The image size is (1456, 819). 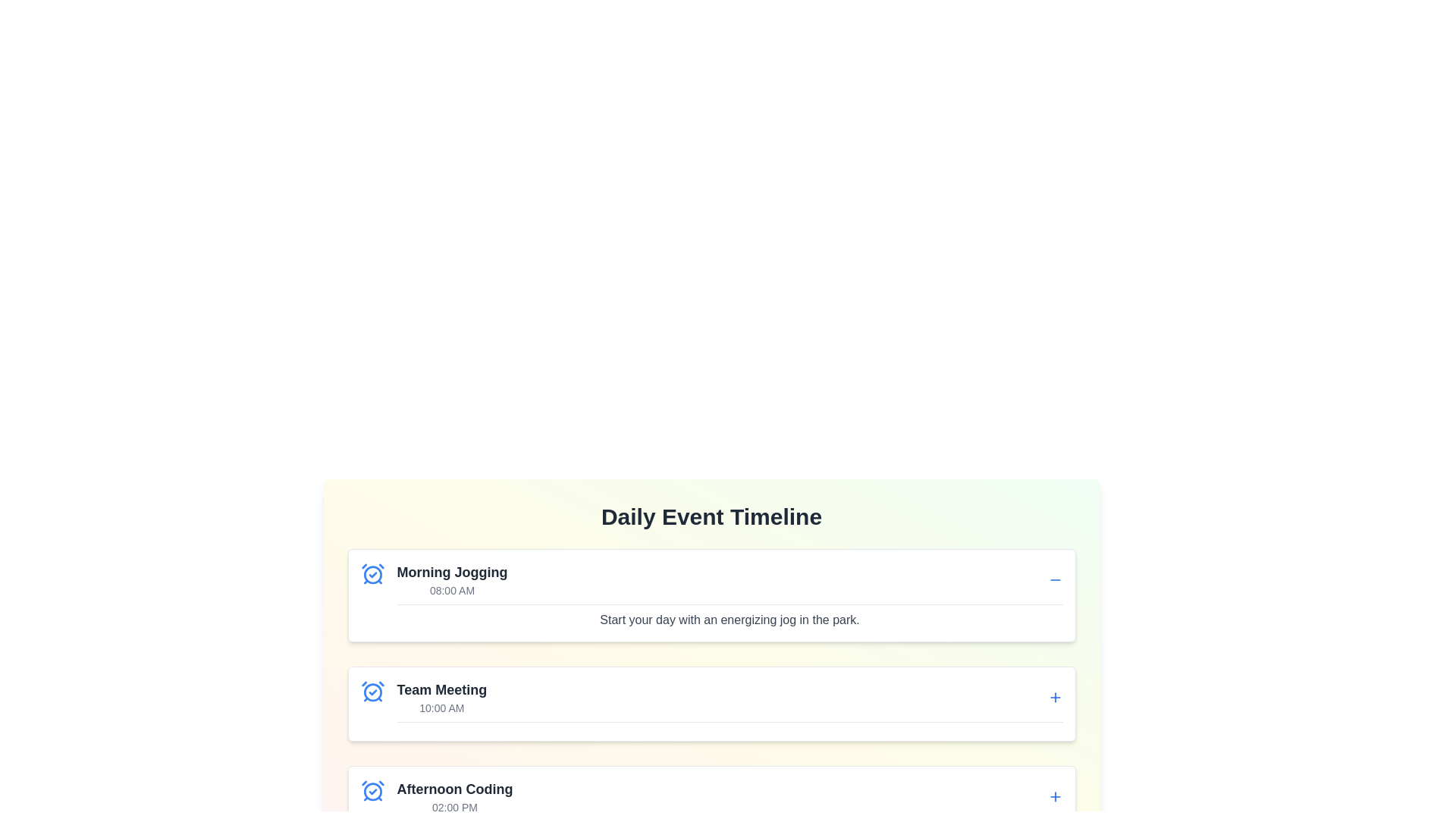 What do you see at coordinates (711, 701) in the screenshot?
I see `the '+' button on the event entry titled 'Team Meeting' scheduled for '10:00 AM'` at bounding box center [711, 701].